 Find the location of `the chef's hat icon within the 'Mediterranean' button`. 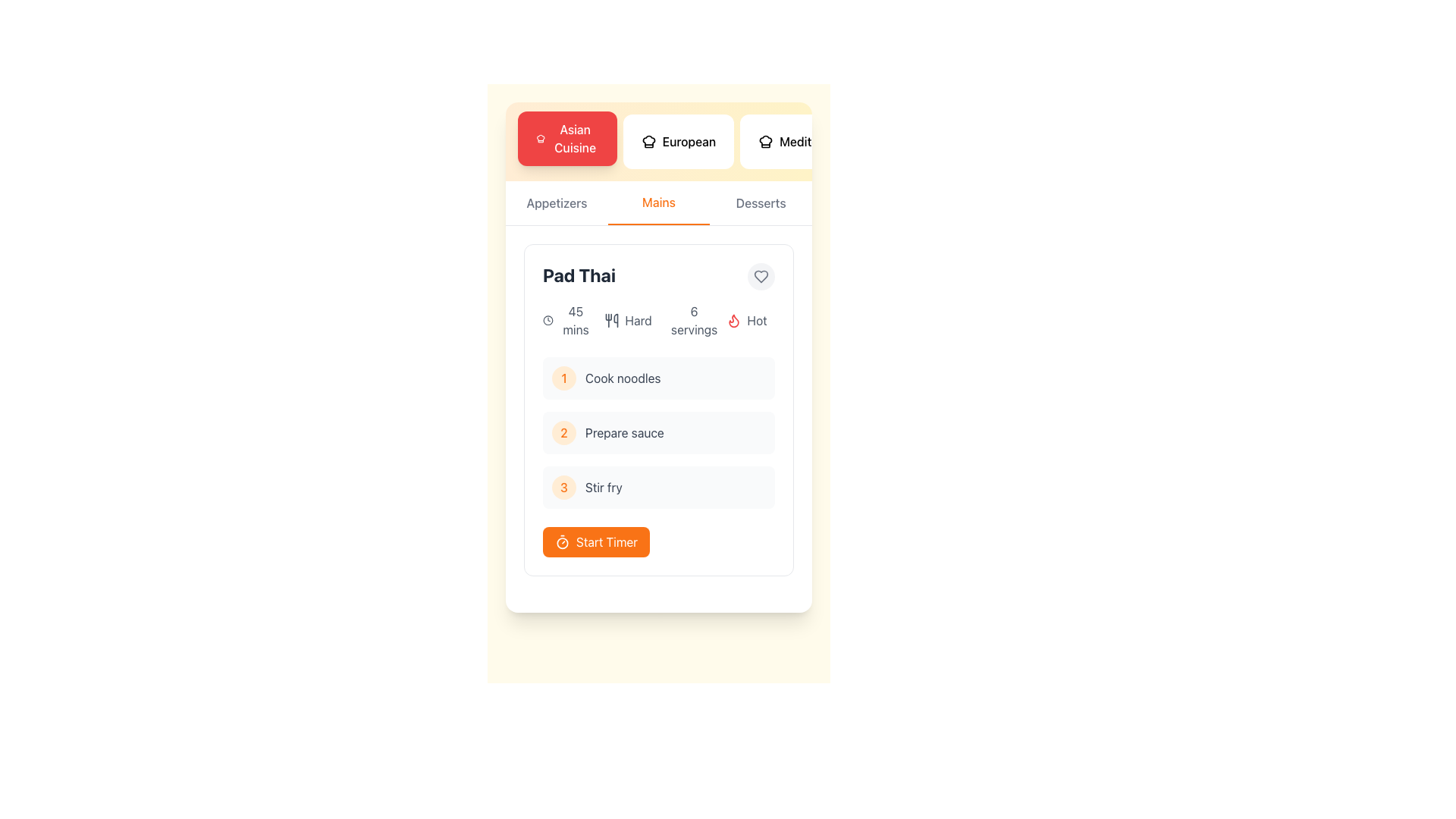

the chef's hat icon within the 'Mediterranean' button is located at coordinates (765, 141).